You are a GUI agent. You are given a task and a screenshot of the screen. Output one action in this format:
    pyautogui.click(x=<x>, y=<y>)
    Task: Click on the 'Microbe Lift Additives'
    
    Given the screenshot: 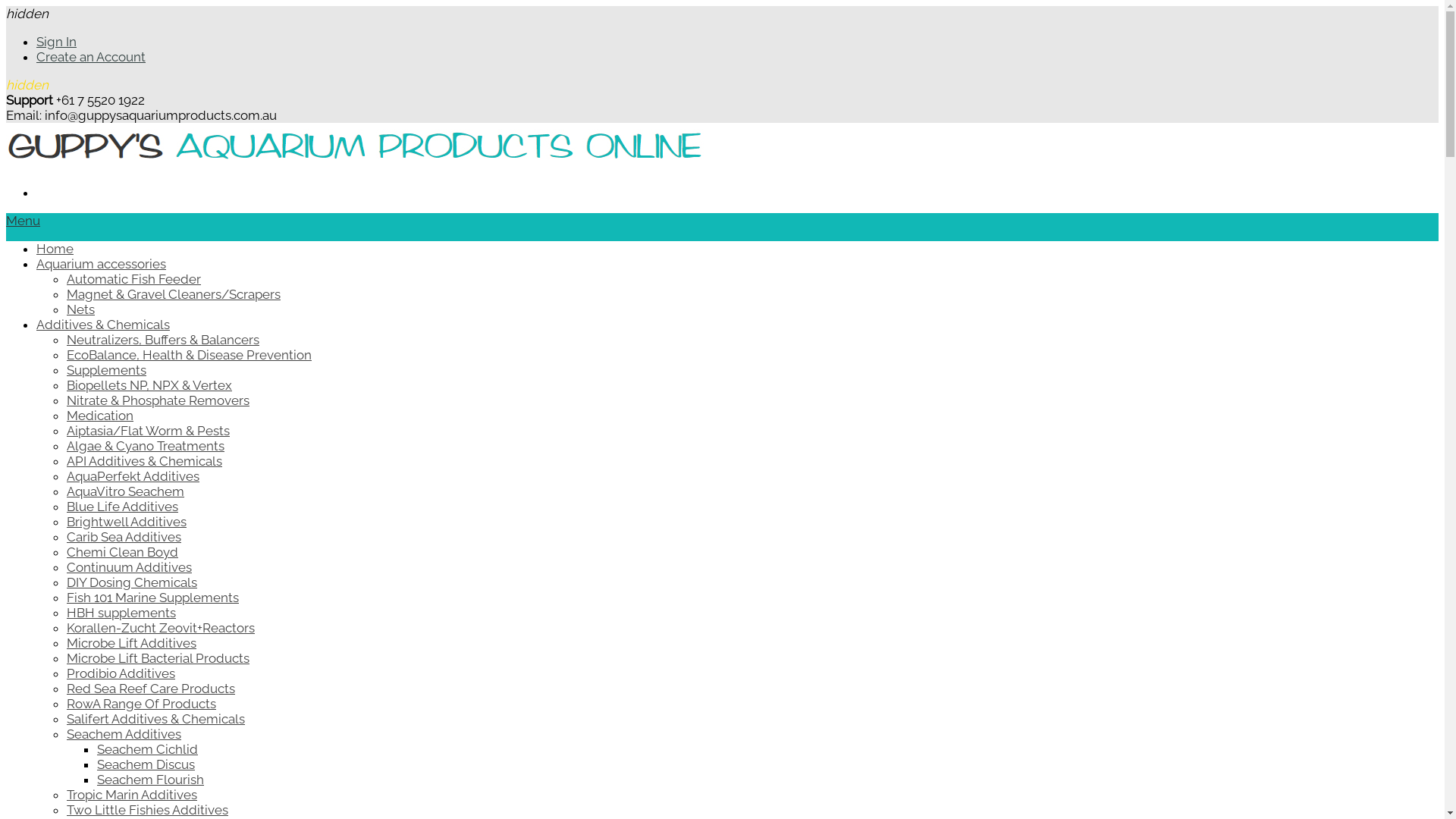 What is the action you would take?
    pyautogui.click(x=131, y=643)
    